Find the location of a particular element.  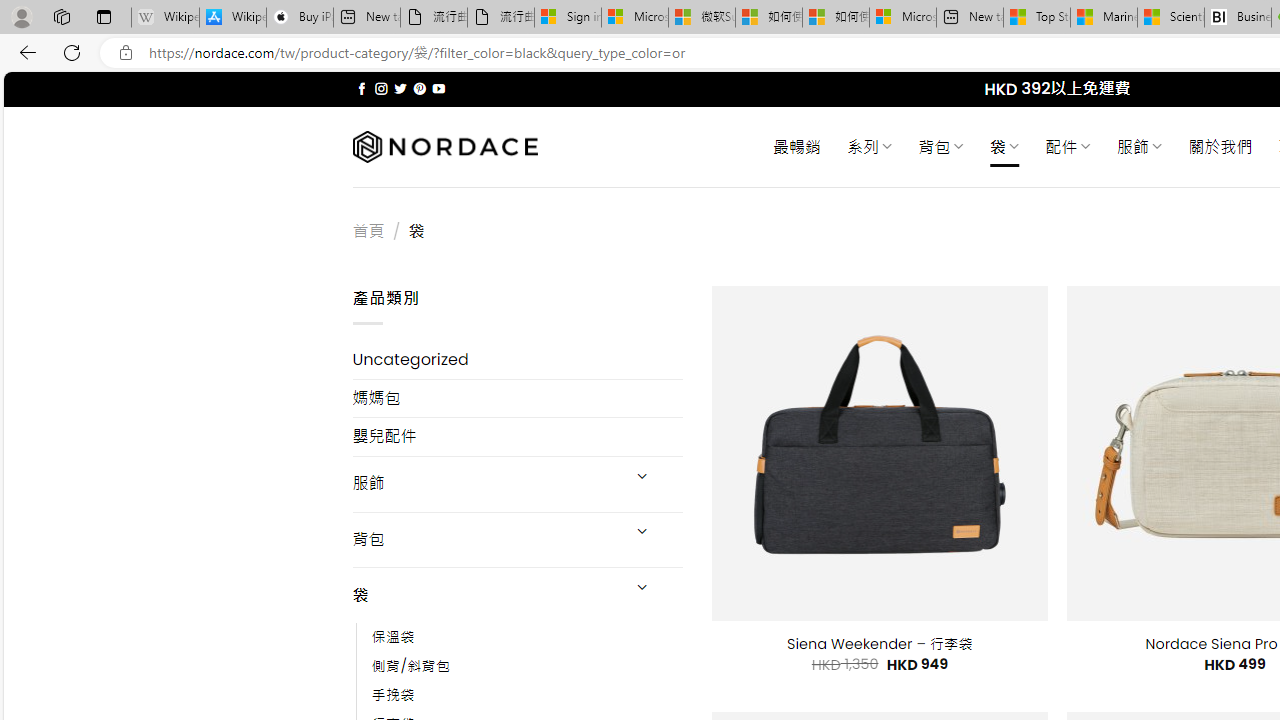

'Uncategorized' is located at coordinates (517, 360).